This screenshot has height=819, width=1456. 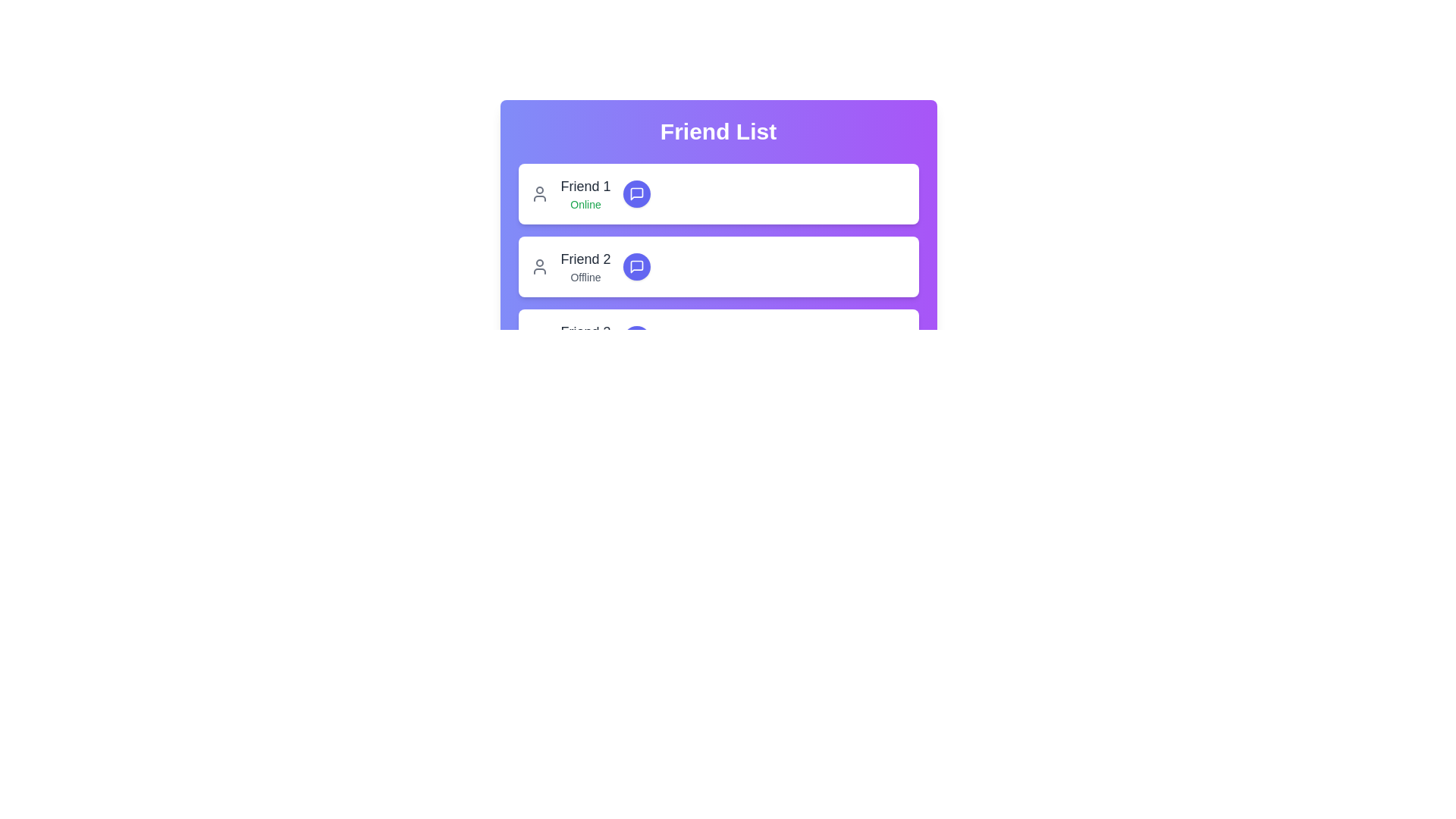 I want to click on the text label reading 'Friend 1', which is styled in a large dark gray font and is located at the top of the card displaying 'Friend 1' information, so click(x=585, y=186).